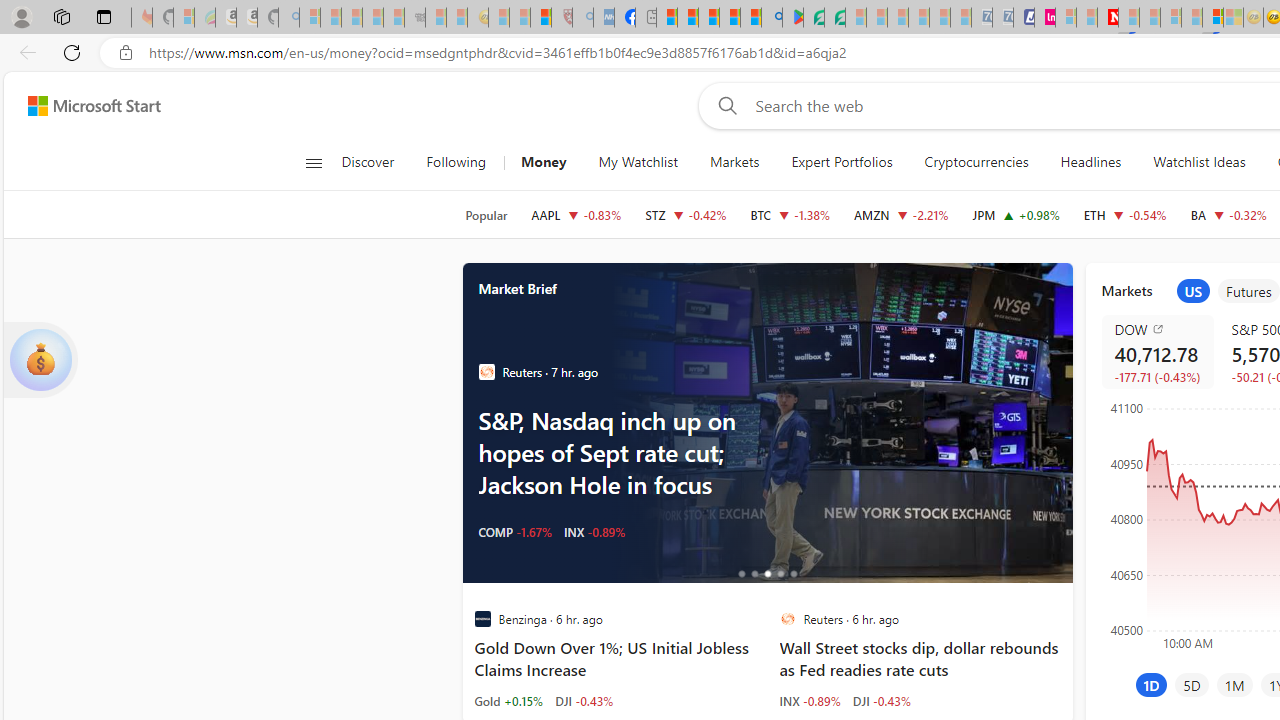  I want to click on 'Reuters', so click(786, 618).